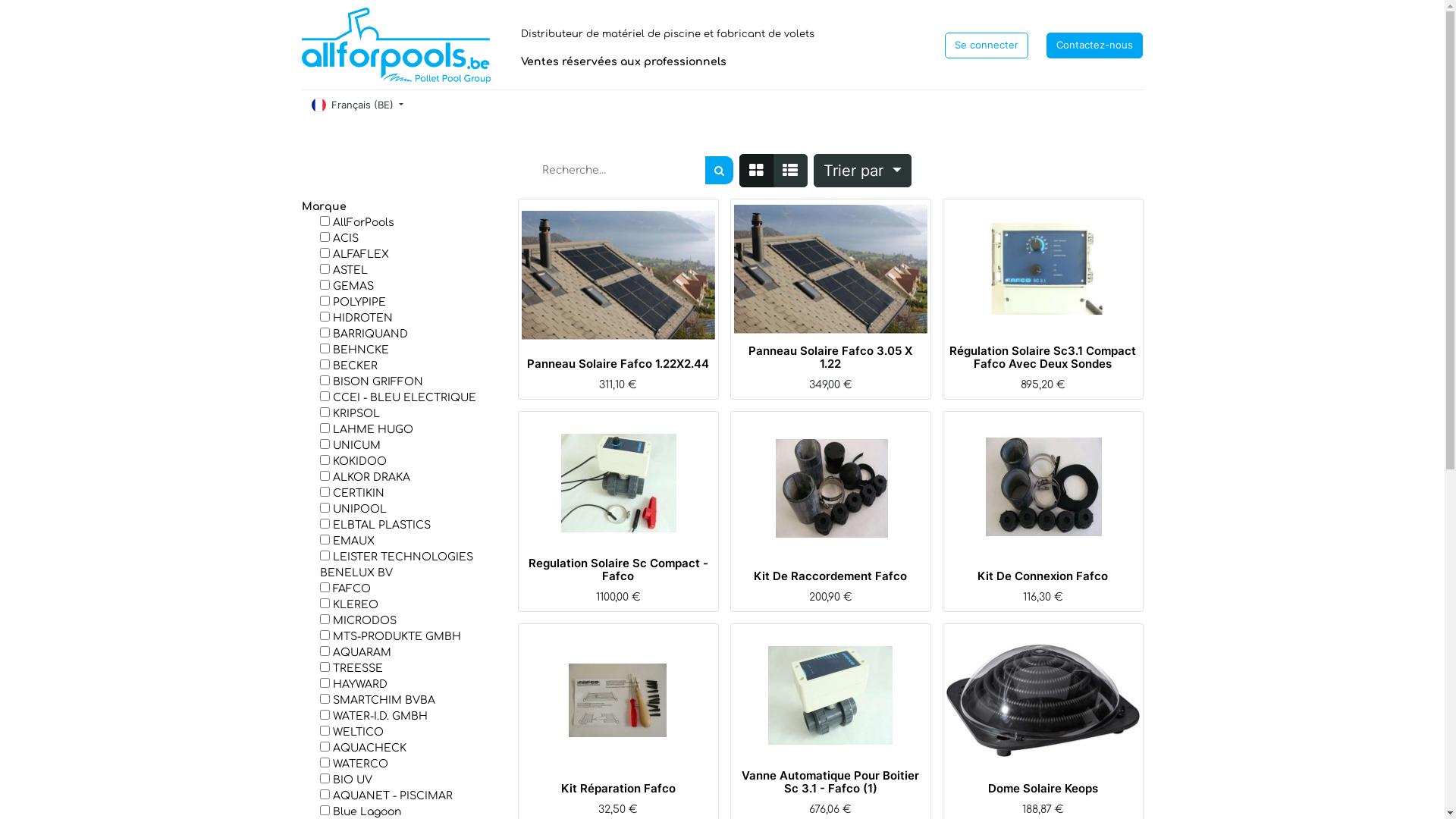  I want to click on 'Panneau Solaire Fafco 3.05 X 1.22', so click(829, 356).